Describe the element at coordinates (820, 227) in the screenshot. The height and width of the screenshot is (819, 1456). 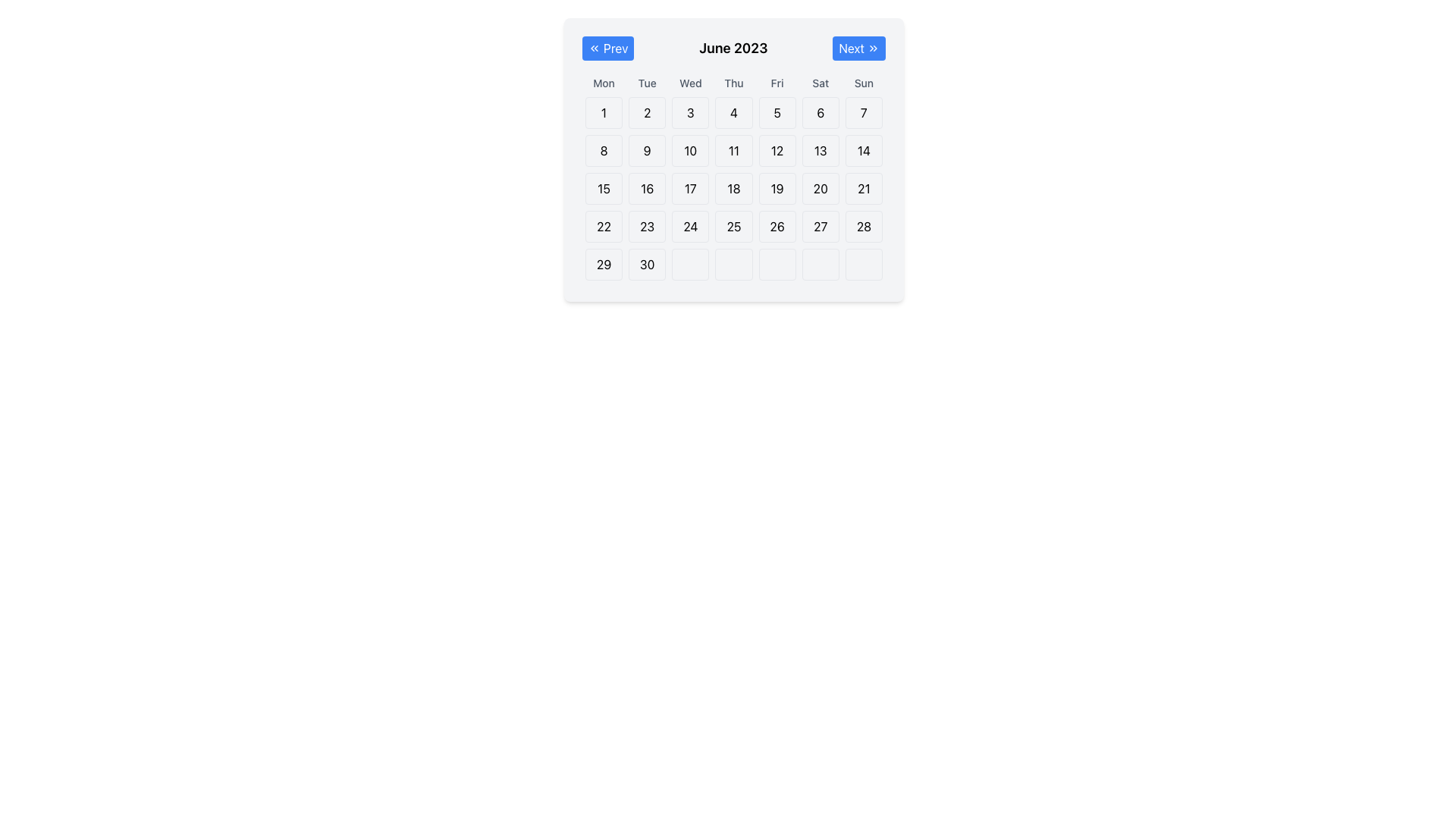
I see `the button representing the date '27' in the calendar view, located as the 6th cell in a row of 7 cells, near the center-right of the calendar interface` at that location.